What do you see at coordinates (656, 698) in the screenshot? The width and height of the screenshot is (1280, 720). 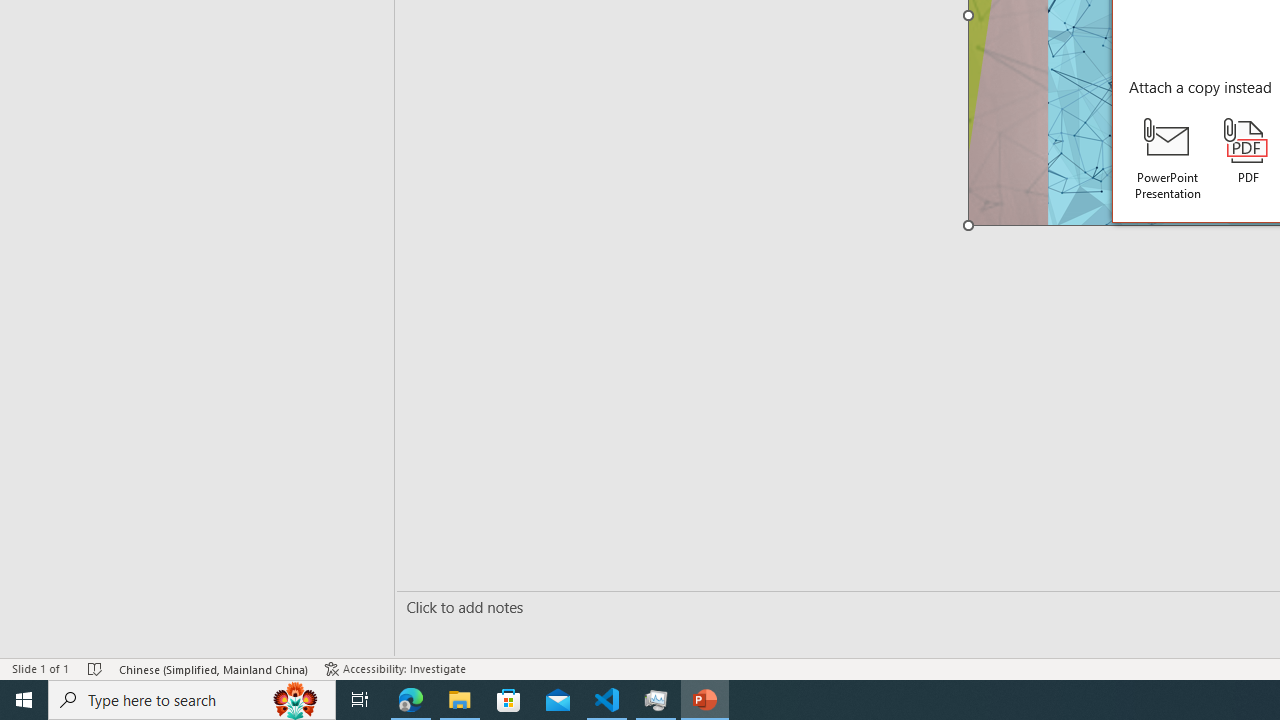 I see `'Task Manager - 1 running window'` at bounding box center [656, 698].